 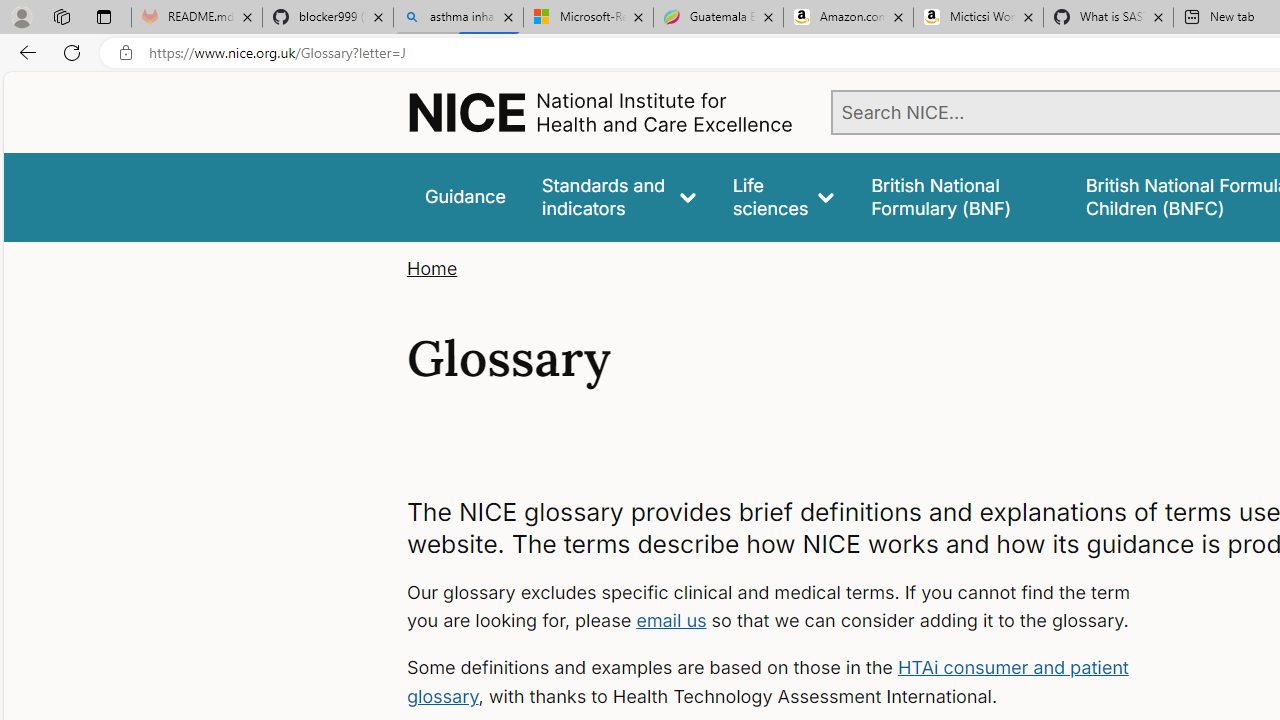 I want to click on 'Guidance', so click(x=463, y=197).